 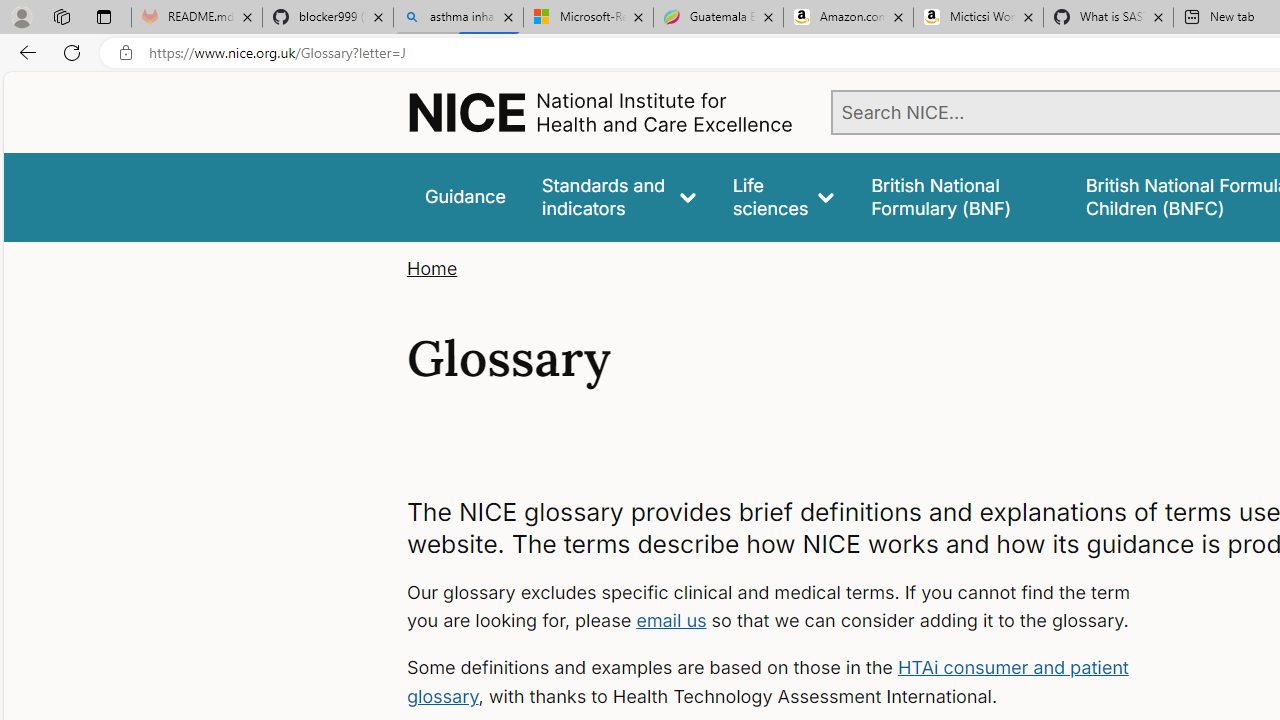 I want to click on 'Guidance', so click(x=463, y=197).